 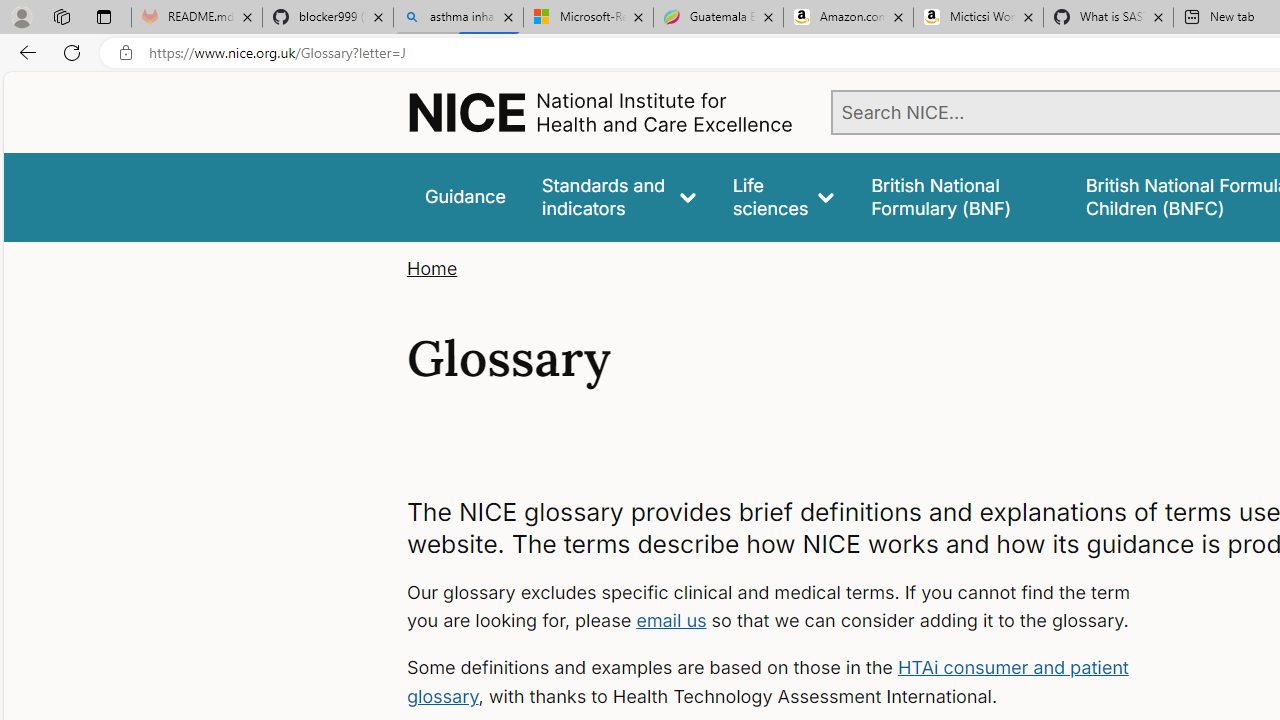 I want to click on 'Guidance', so click(x=463, y=197).